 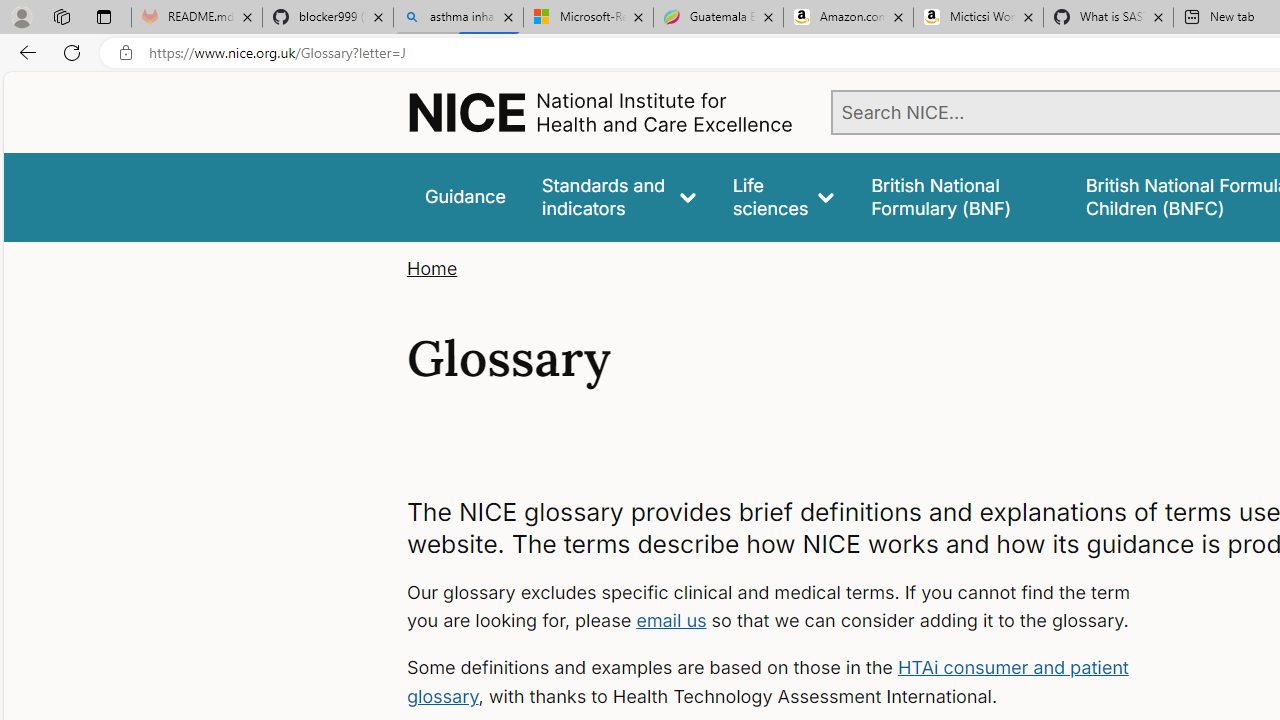 I want to click on 'Guidance', so click(x=463, y=197).